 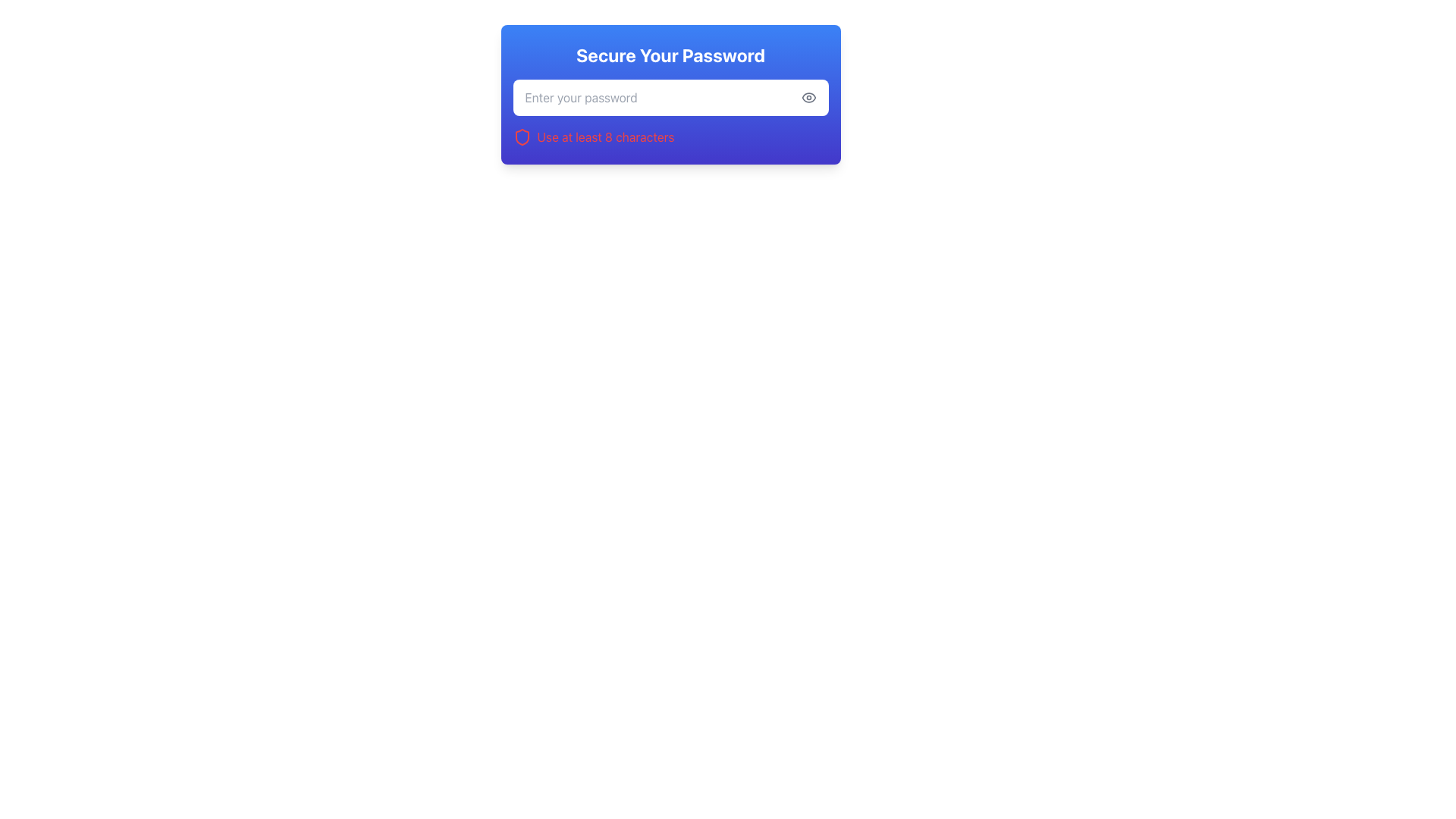 What do you see at coordinates (670, 55) in the screenshot?
I see `the Text heading that serves as a title for the section, positioned above the input field within the blue card interface` at bounding box center [670, 55].